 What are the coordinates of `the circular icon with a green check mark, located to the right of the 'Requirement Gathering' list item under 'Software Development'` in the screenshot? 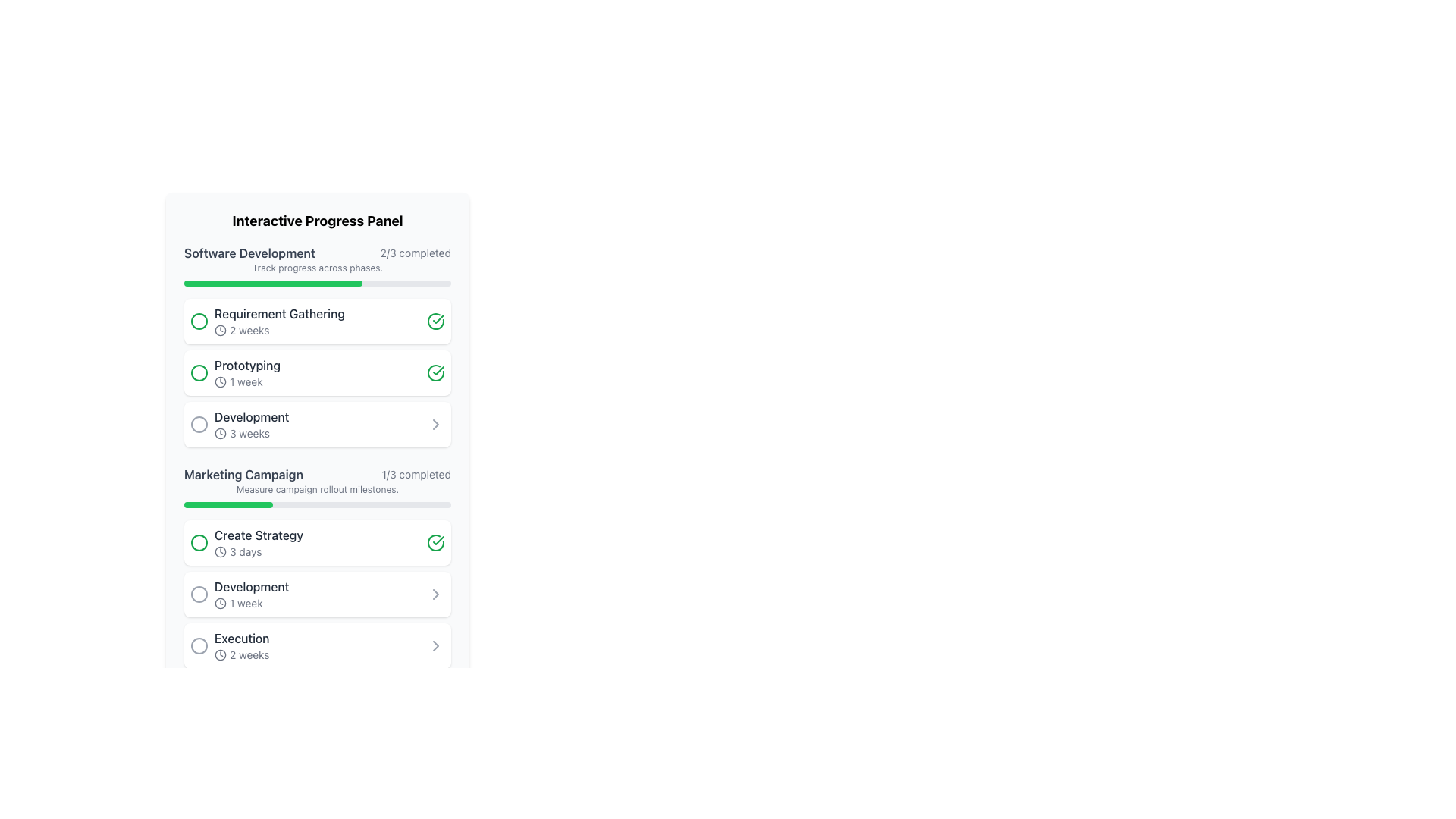 It's located at (435, 321).